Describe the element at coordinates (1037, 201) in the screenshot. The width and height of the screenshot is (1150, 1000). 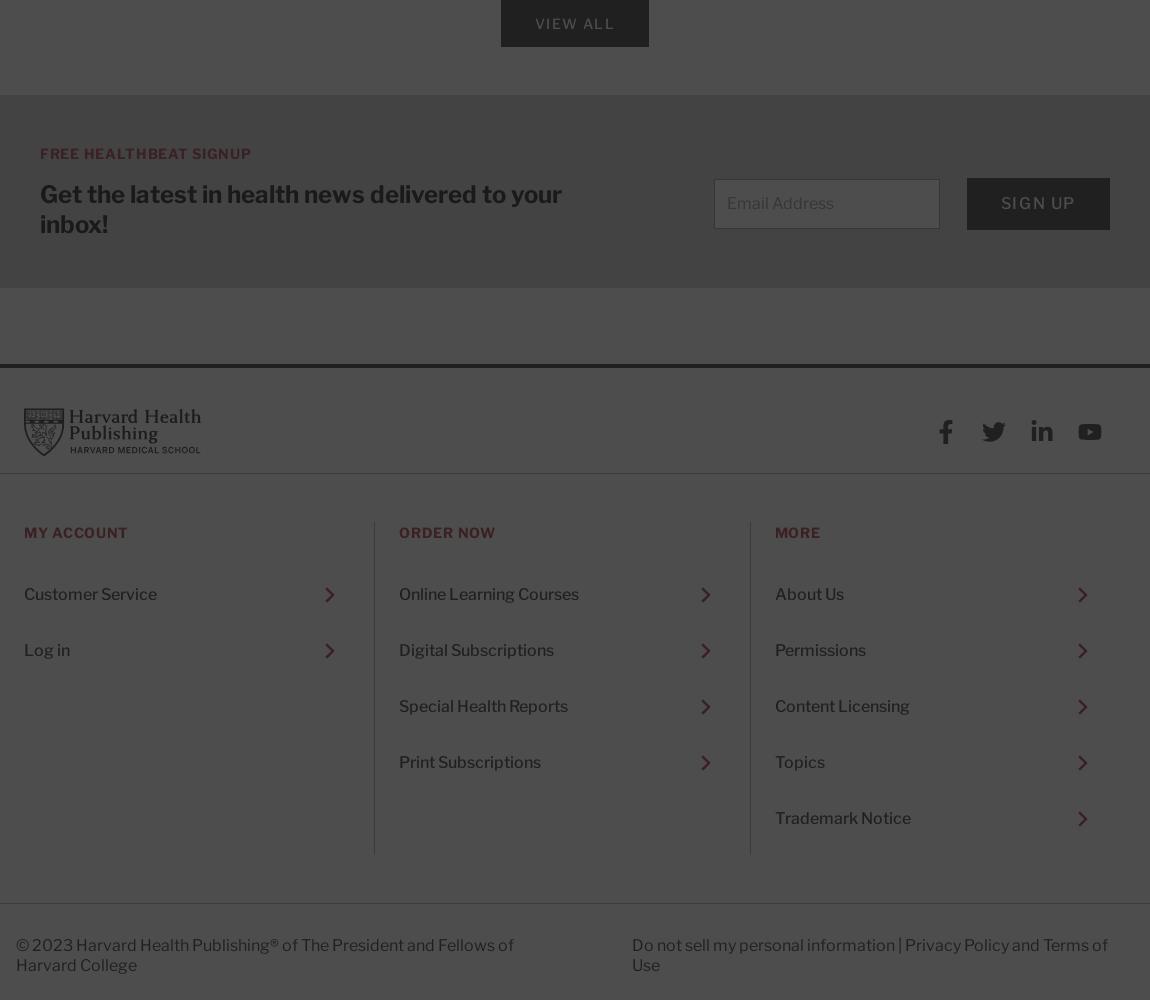
I see `'Sign Up'` at that location.